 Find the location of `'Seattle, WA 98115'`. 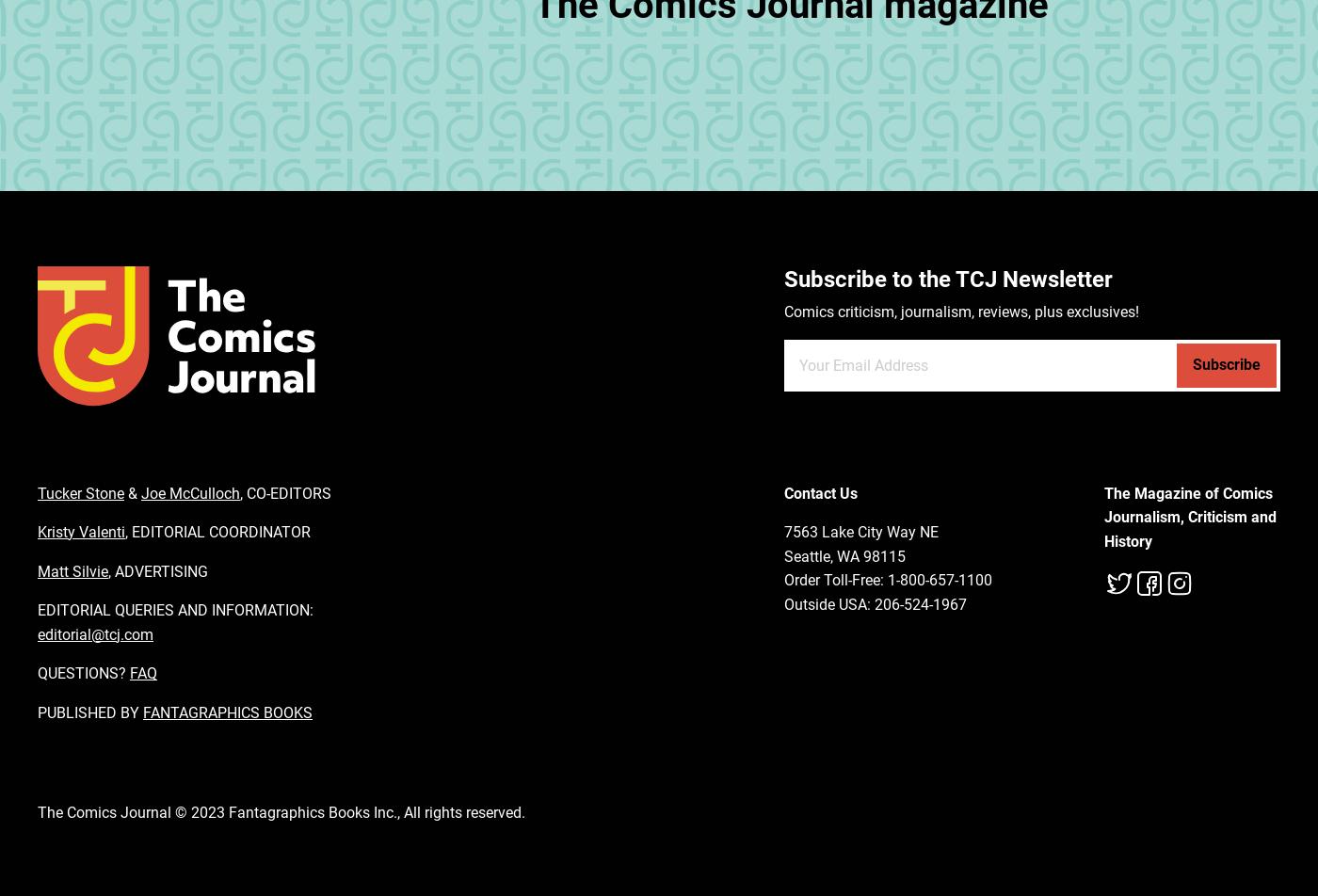

'Seattle, WA 98115' is located at coordinates (784, 555).